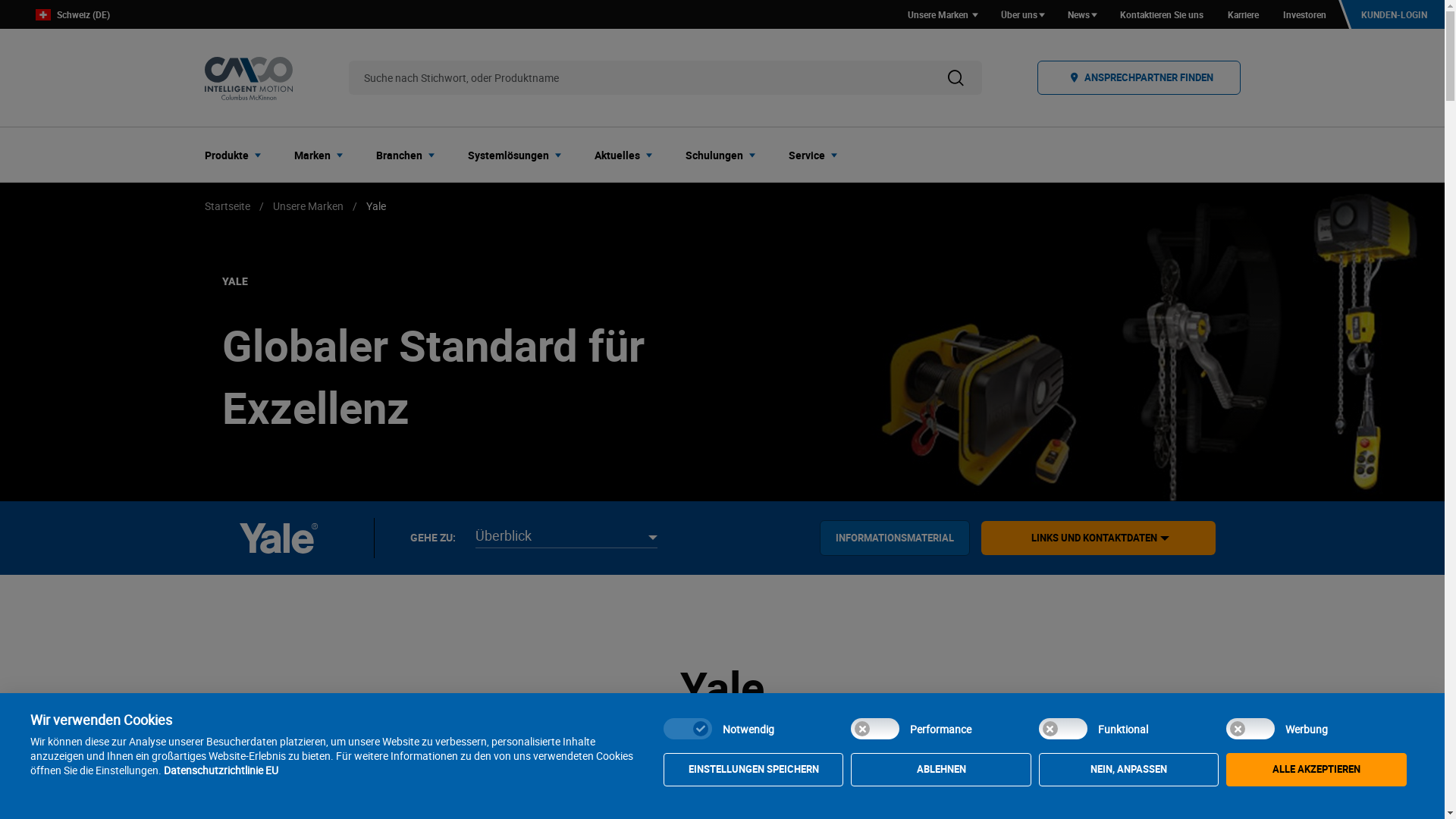 Image resolution: width=1456 pixels, height=819 pixels. Describe the element at coordinates (322, 155) in the screenshot. I see `'Marken'` at that location.